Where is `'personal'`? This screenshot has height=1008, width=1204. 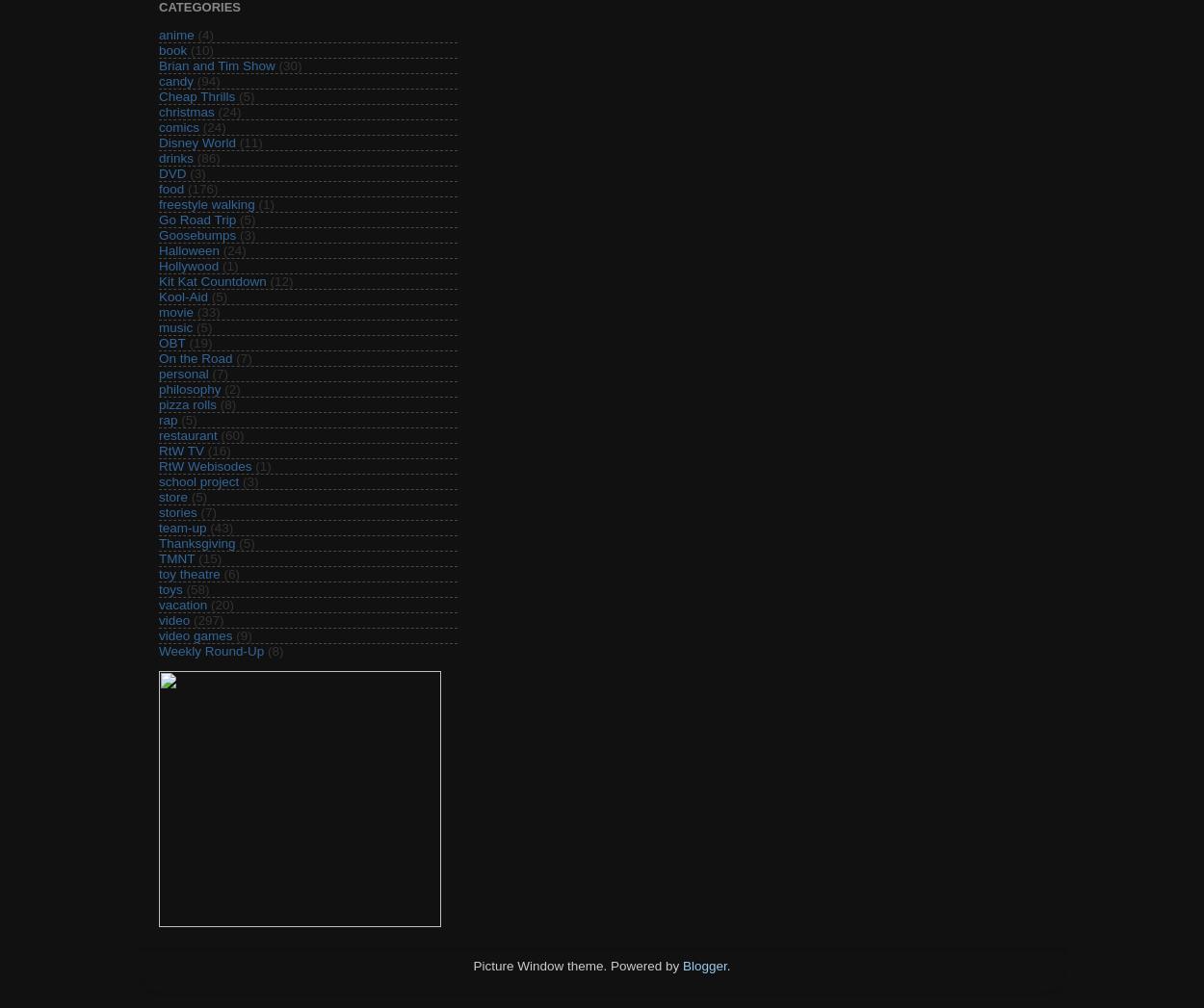 'personal' is located at coordinates (182, 372).